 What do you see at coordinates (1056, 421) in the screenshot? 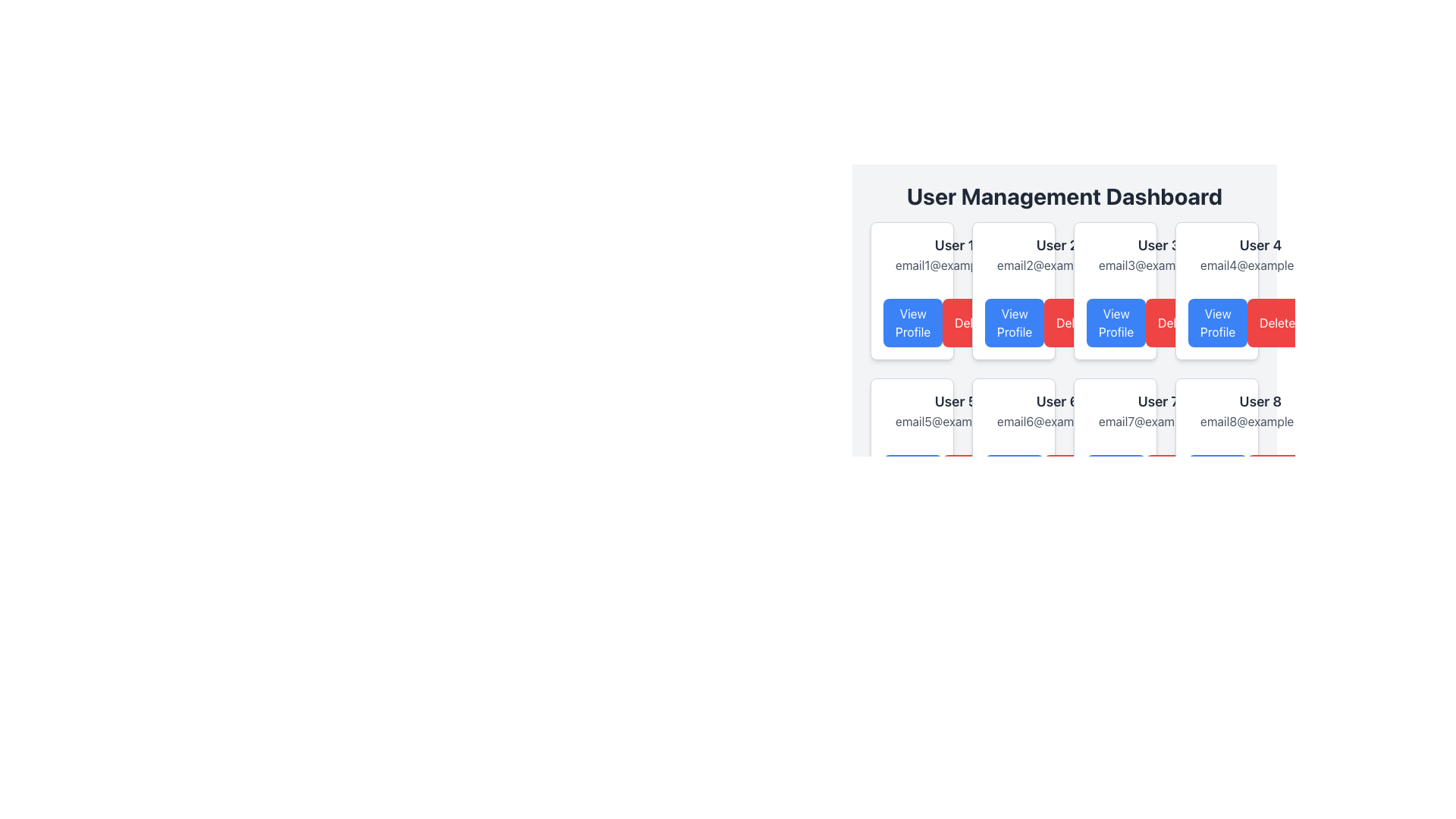
I see `email address text 'email6@example.com' located beneath the label 'User 6' in the User Management Dashboard` at bounding box center [1056, 421].